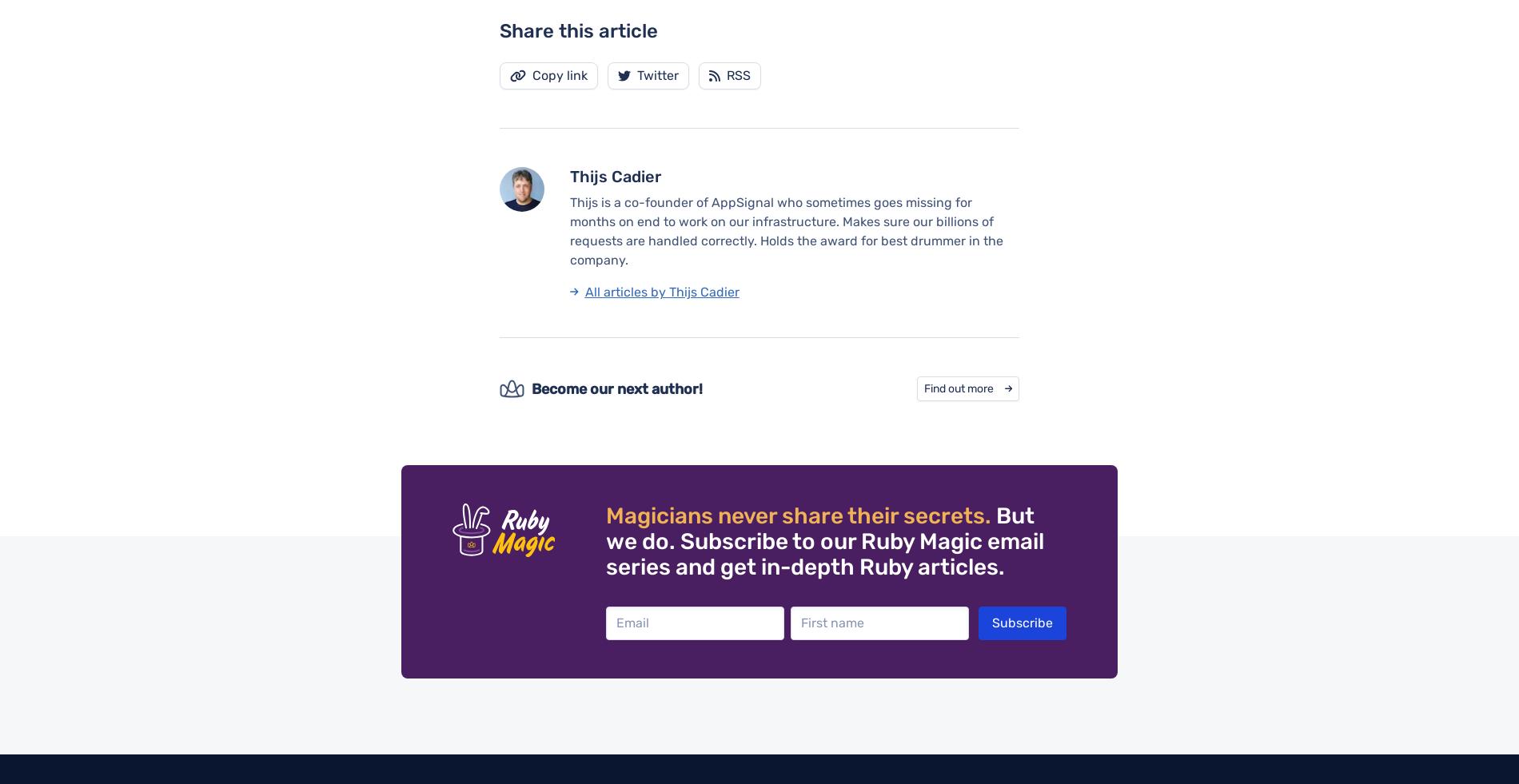 The image size is (1519, 784). What do you see at coordinates (532, 387) in the screenshot?
I see `'Become our next author!'` at bounding box center [532, 387].